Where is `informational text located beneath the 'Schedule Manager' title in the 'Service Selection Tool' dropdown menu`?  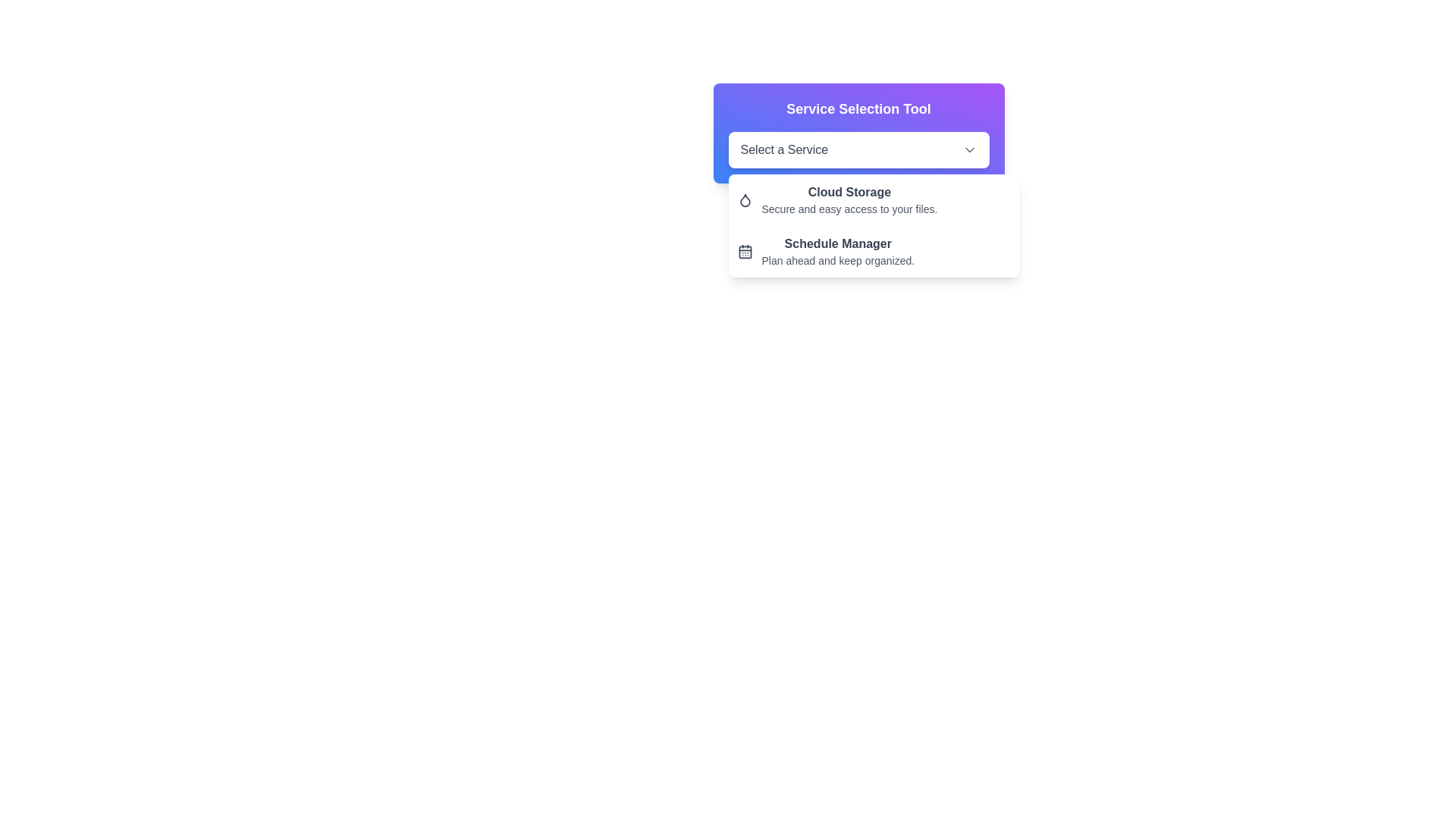 informational text located beneath the 'Schedule Manager' title in the 'Service Selection Tool' dropdown menu is located at coordinates (837, 259).